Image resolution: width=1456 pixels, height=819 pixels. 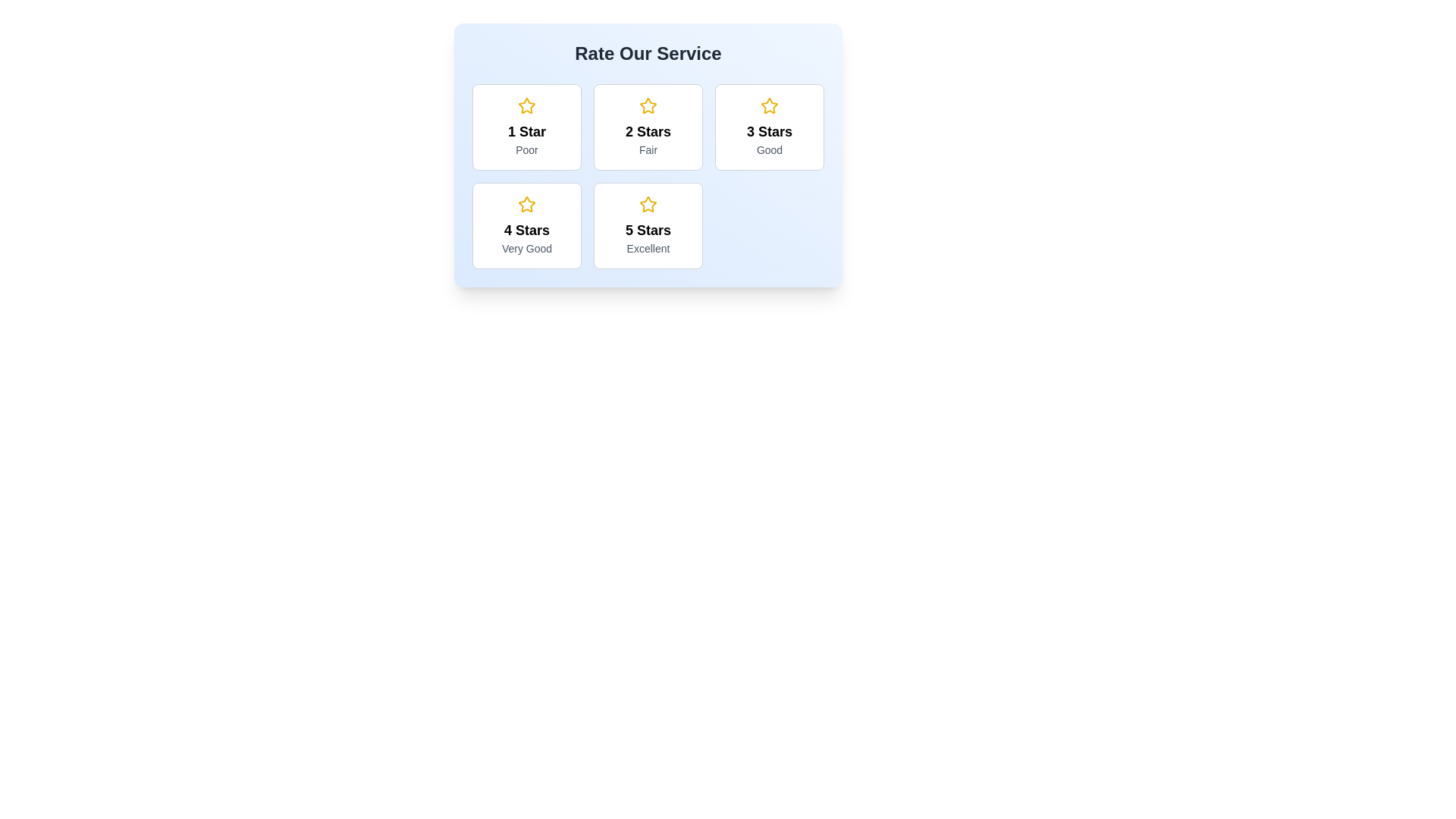 What do you see at coordinates (648, 127) in the screenshot?
I see `the '2 Stars' rating button labeled 'Fair'` at bounding box center [648, 127].